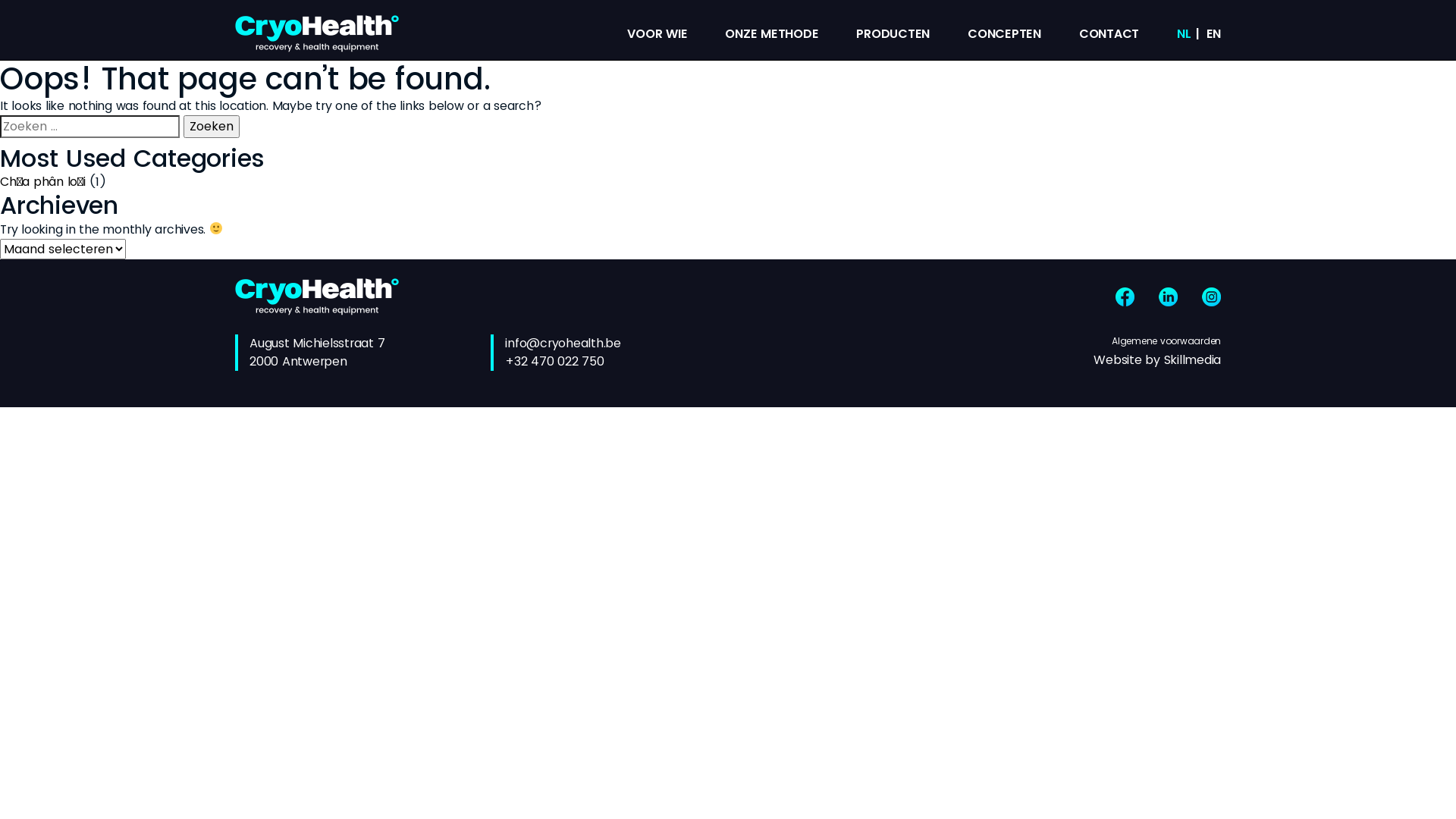 This screenshot has height=819, width=1456. Describe the element at coordinates (562, 343) in the screenshot. I see `'info@cryohealth.be'` at that location.